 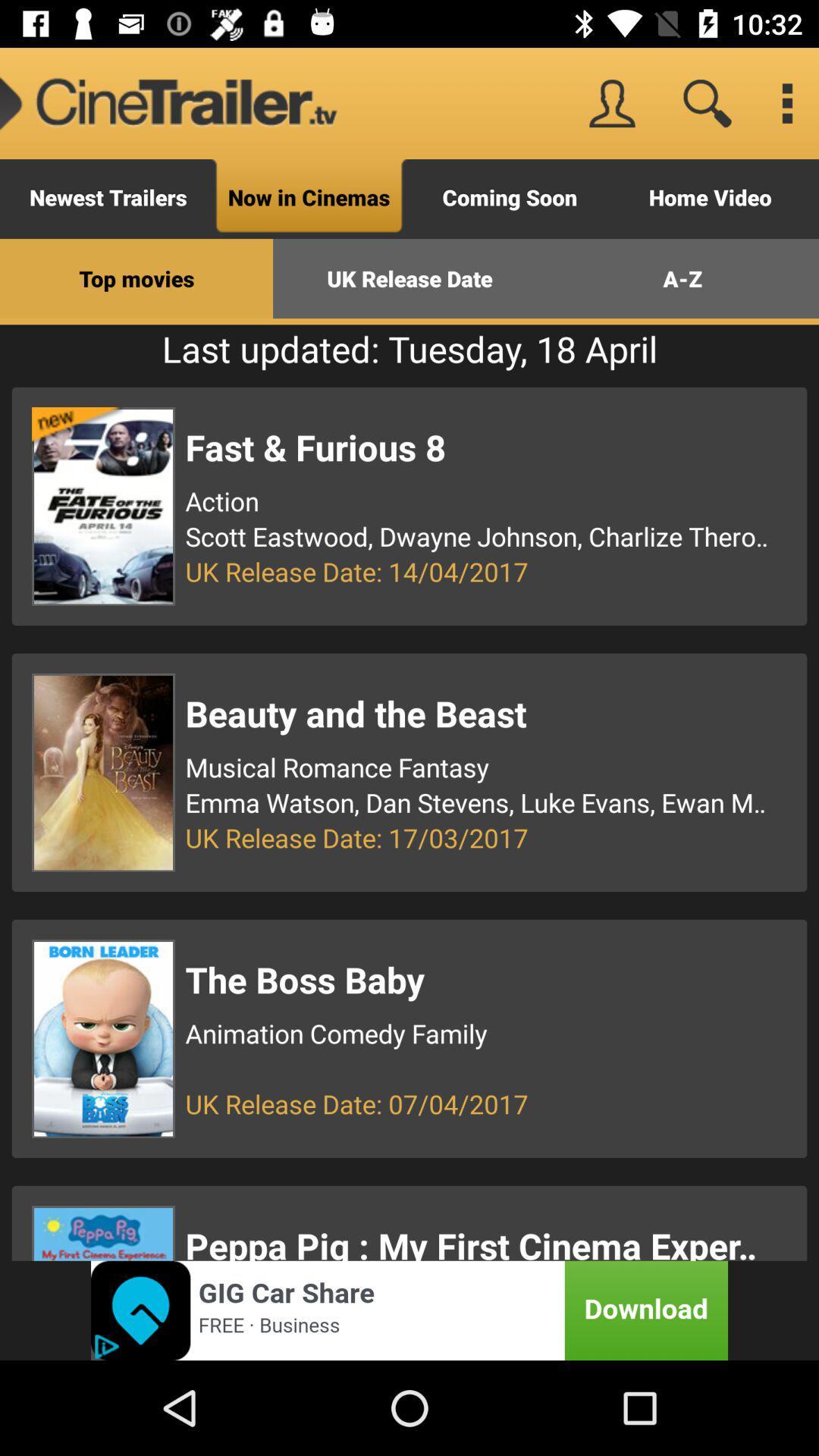 I want to click on menu, so click(x=786, y=102).